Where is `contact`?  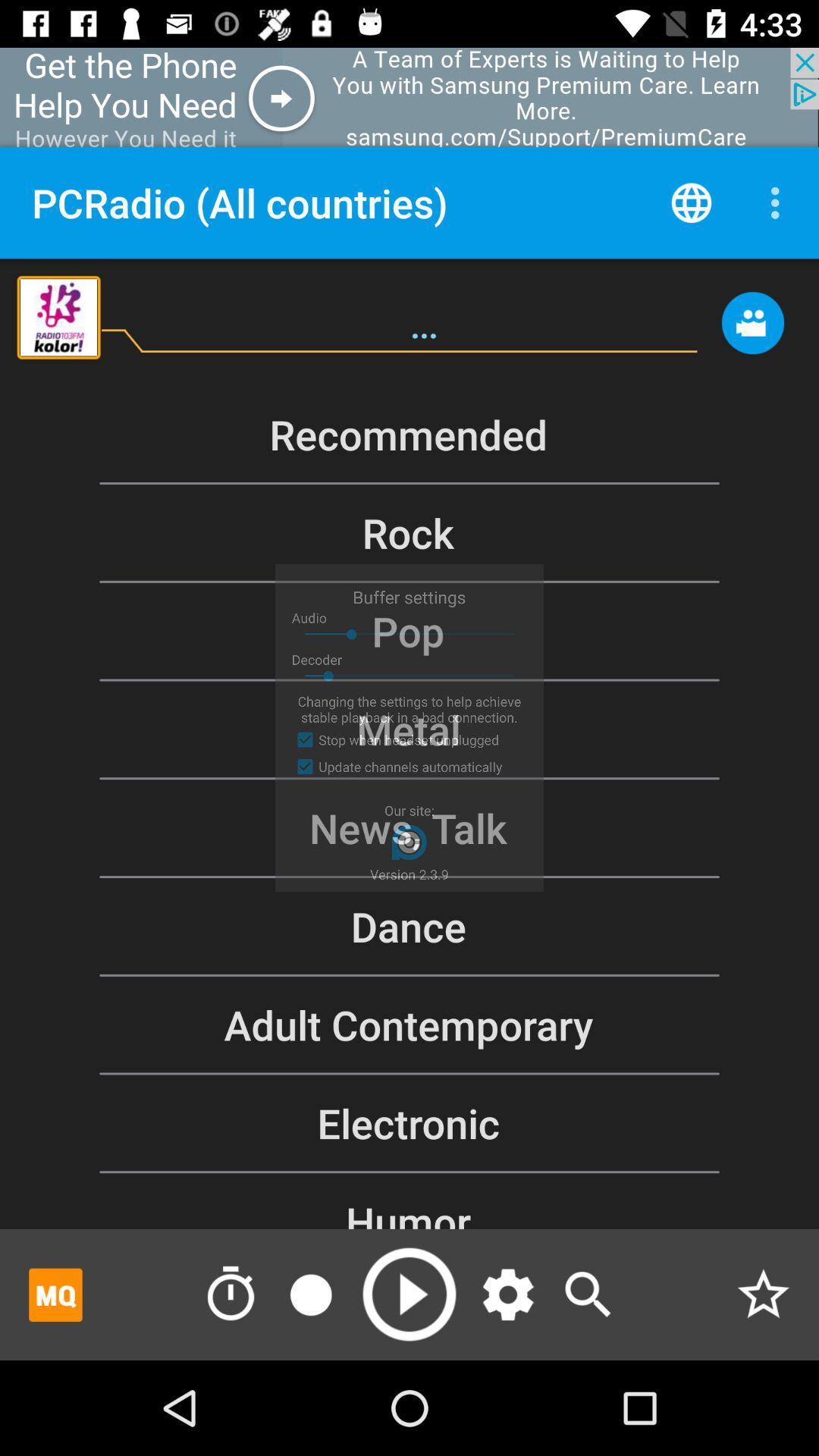
contact is located at coordinates (752, 329).